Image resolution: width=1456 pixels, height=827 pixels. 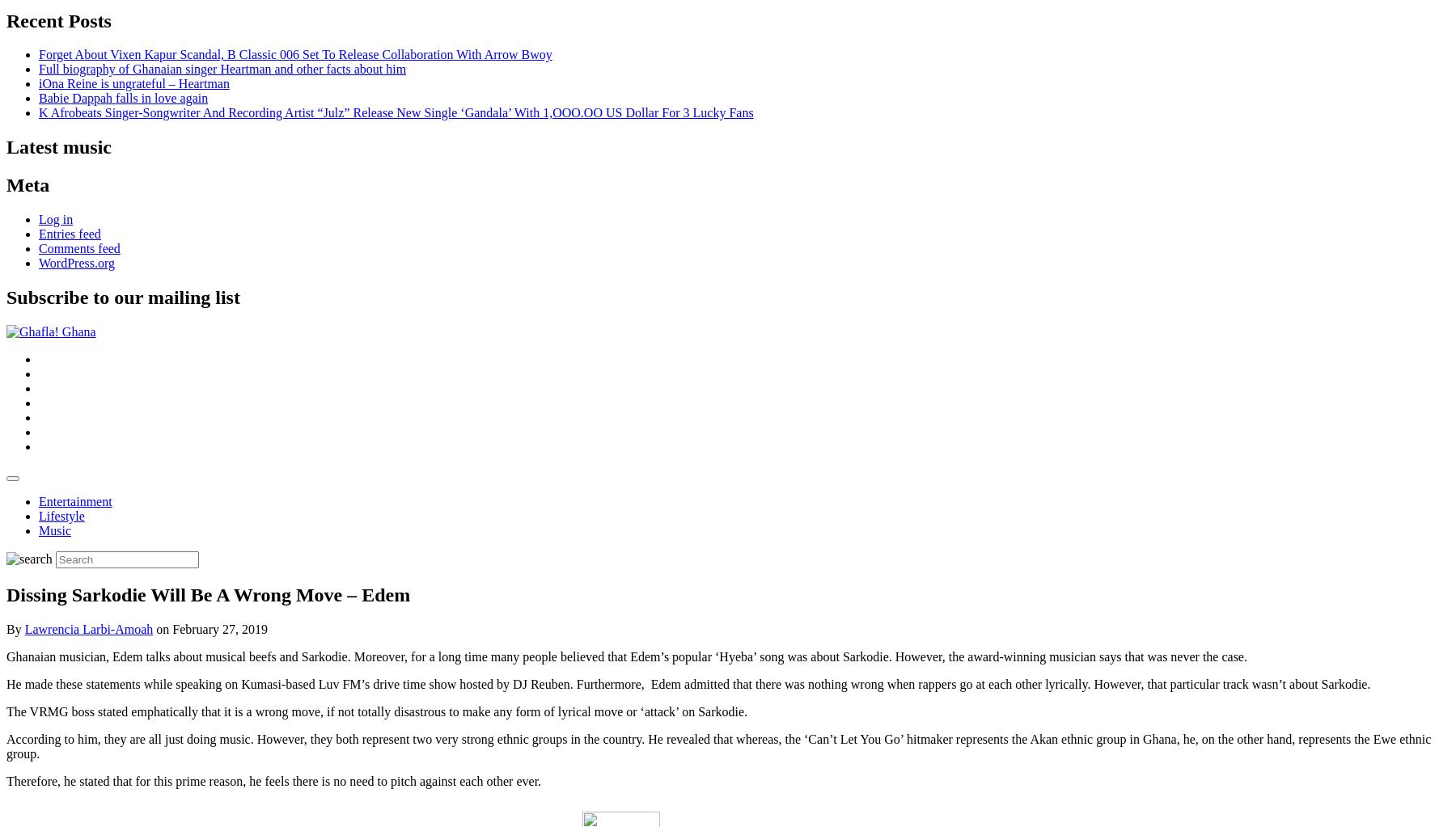 I want to click on 'Forget About Vixen Kapur Scandal, B Classic 006 Set To Release Collaboration With Arrow Bwoy', so click(x=295, y=53).